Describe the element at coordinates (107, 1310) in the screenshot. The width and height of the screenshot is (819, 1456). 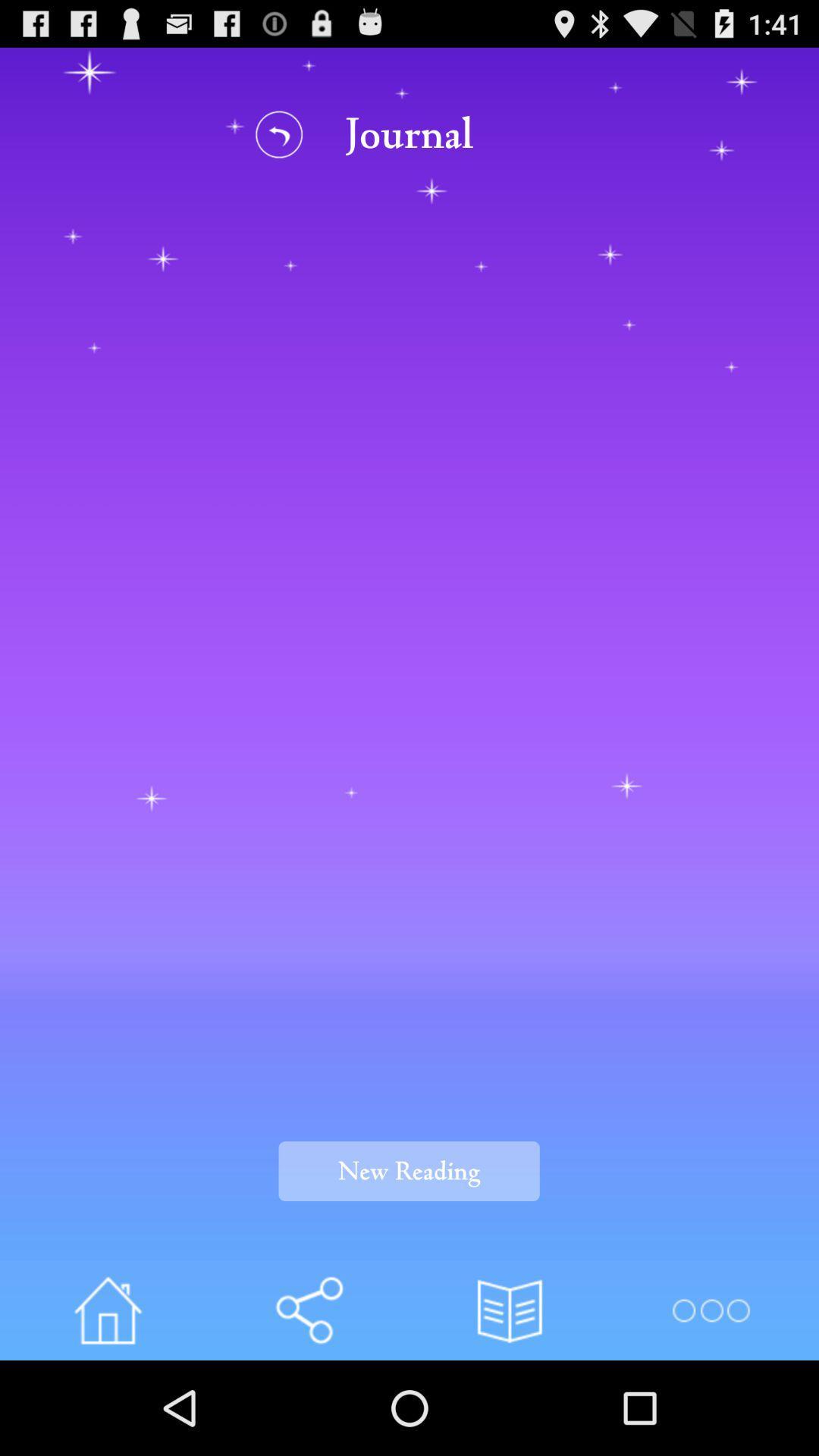
I see `go home` at that location.